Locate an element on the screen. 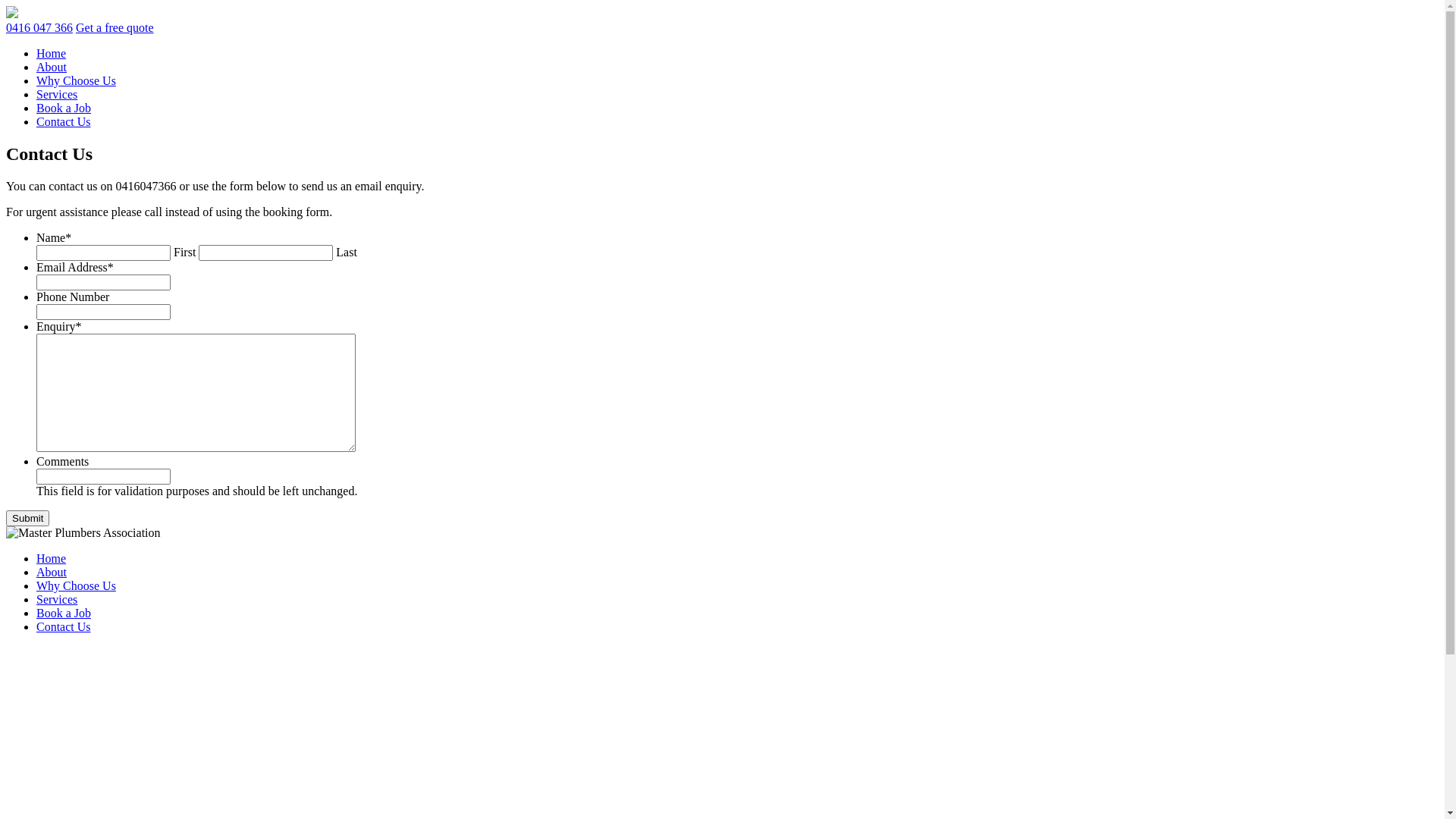  'Book a Job' is located at coordinates (36, 107).